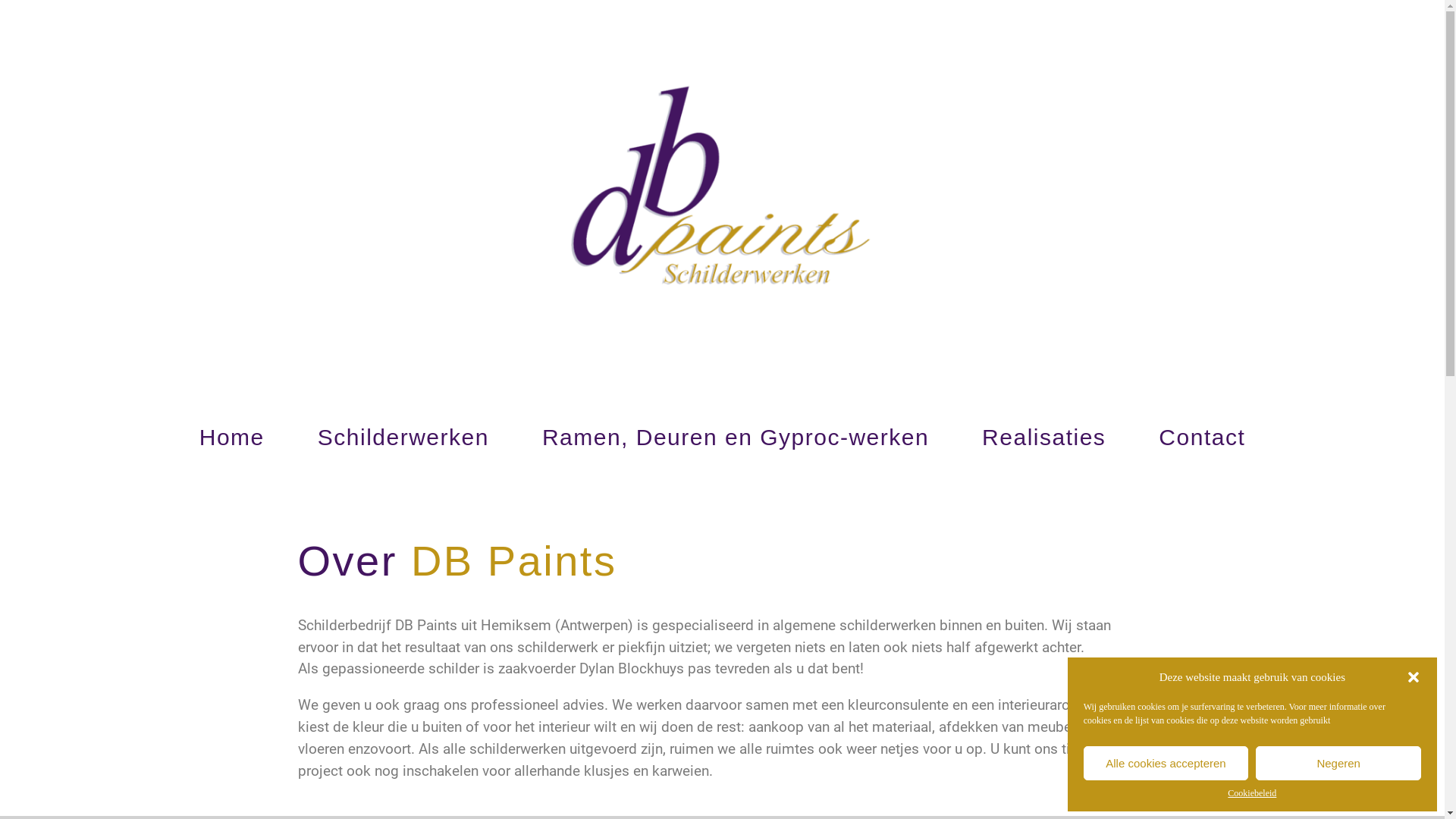 Image resolution: width=1456 pixels, height=819 pixels. I want to click on 'Cookiebeleid', so click(1252, 792).